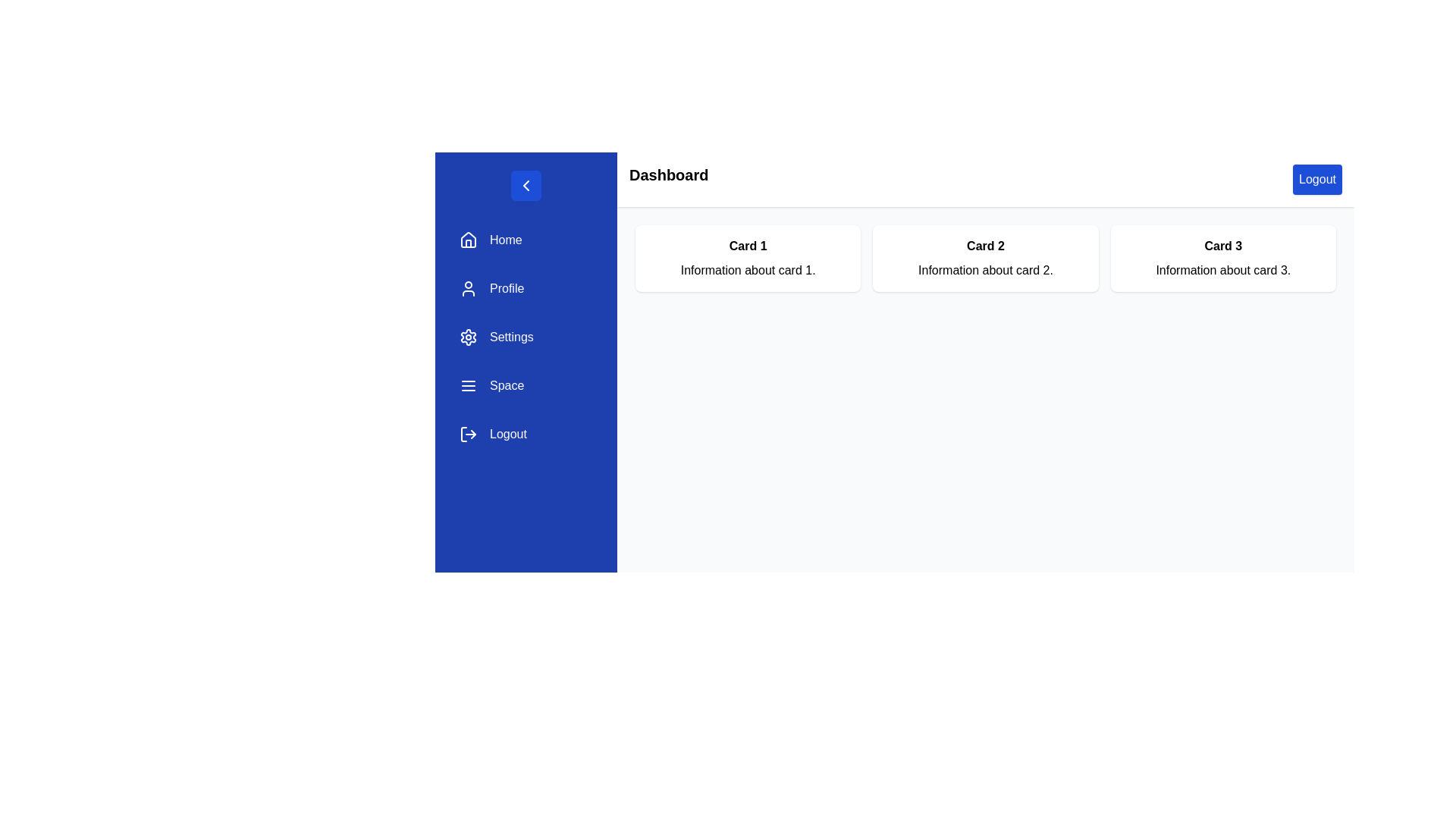 Image resolution: width=1456 pixels, height=819 pixels. What do you see at coordinates (748, 257) in the screenshot?
I see `any potentially interactive elements within the first informational card, which has a white background and contains the text 'Card 1'` at bounding box center [748, 257].